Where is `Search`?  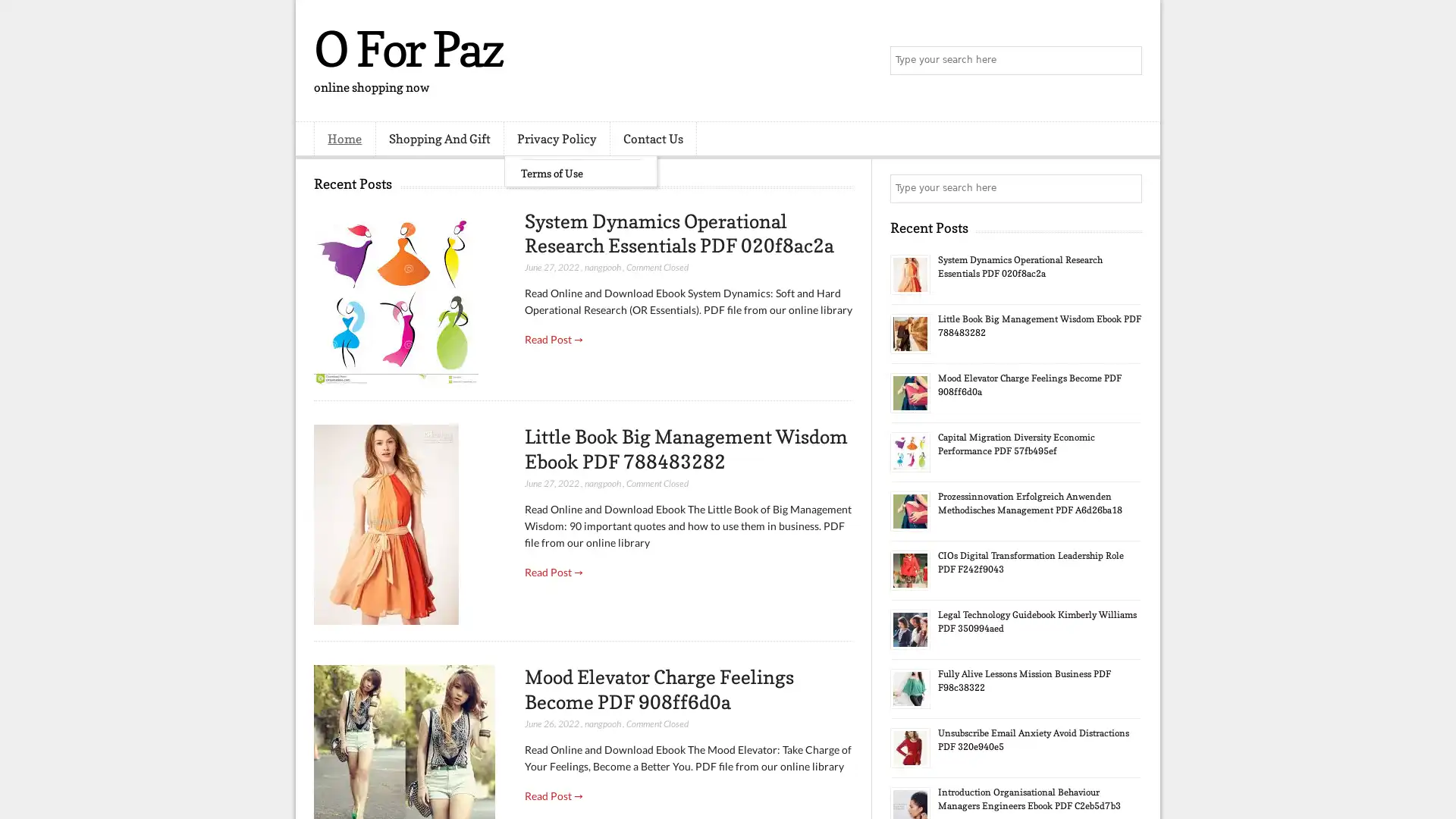
Search is located at coordinates (1126, 188).